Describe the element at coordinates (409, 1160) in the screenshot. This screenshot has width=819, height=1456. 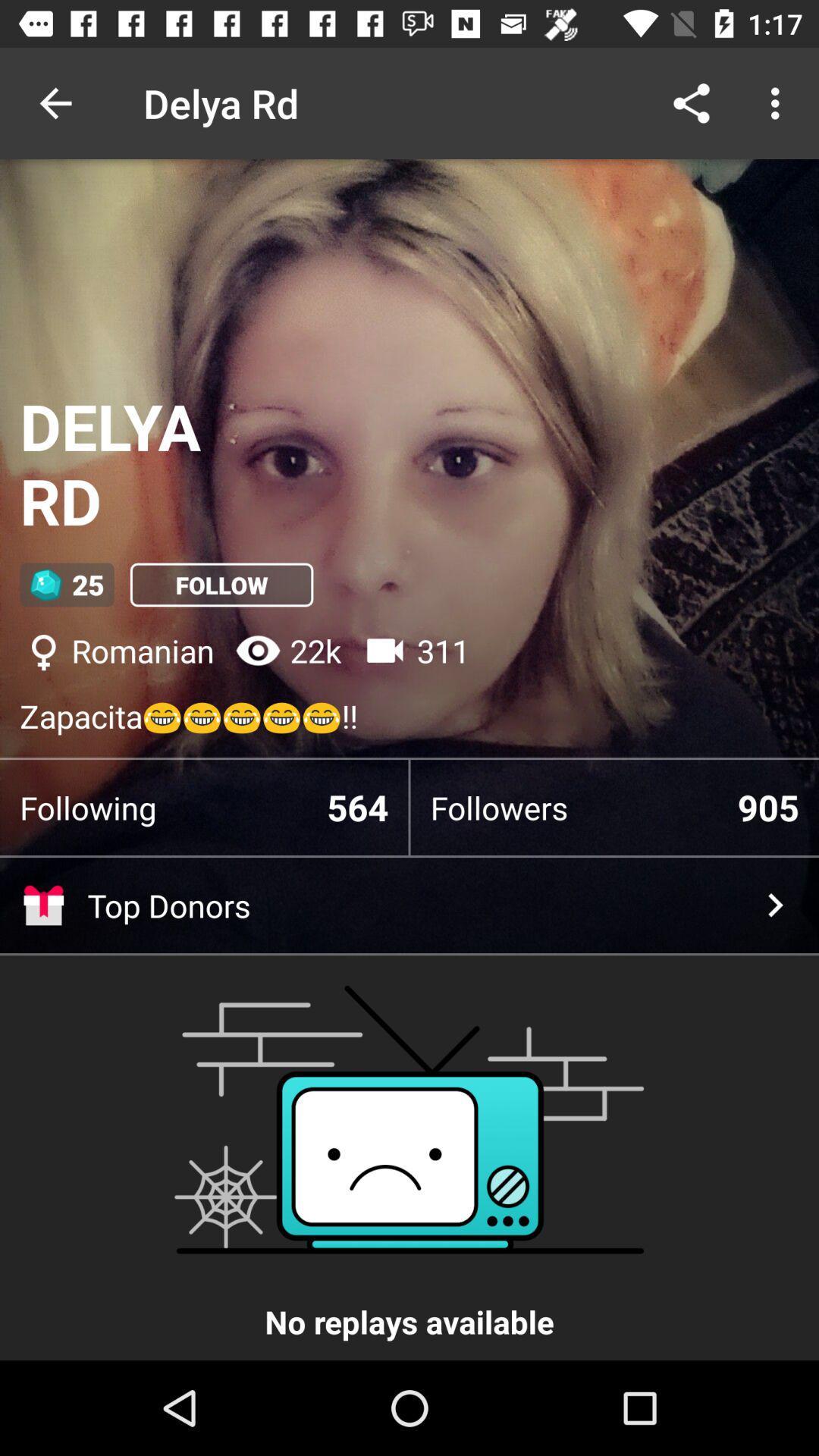
I see `the no replays available item` at that location.